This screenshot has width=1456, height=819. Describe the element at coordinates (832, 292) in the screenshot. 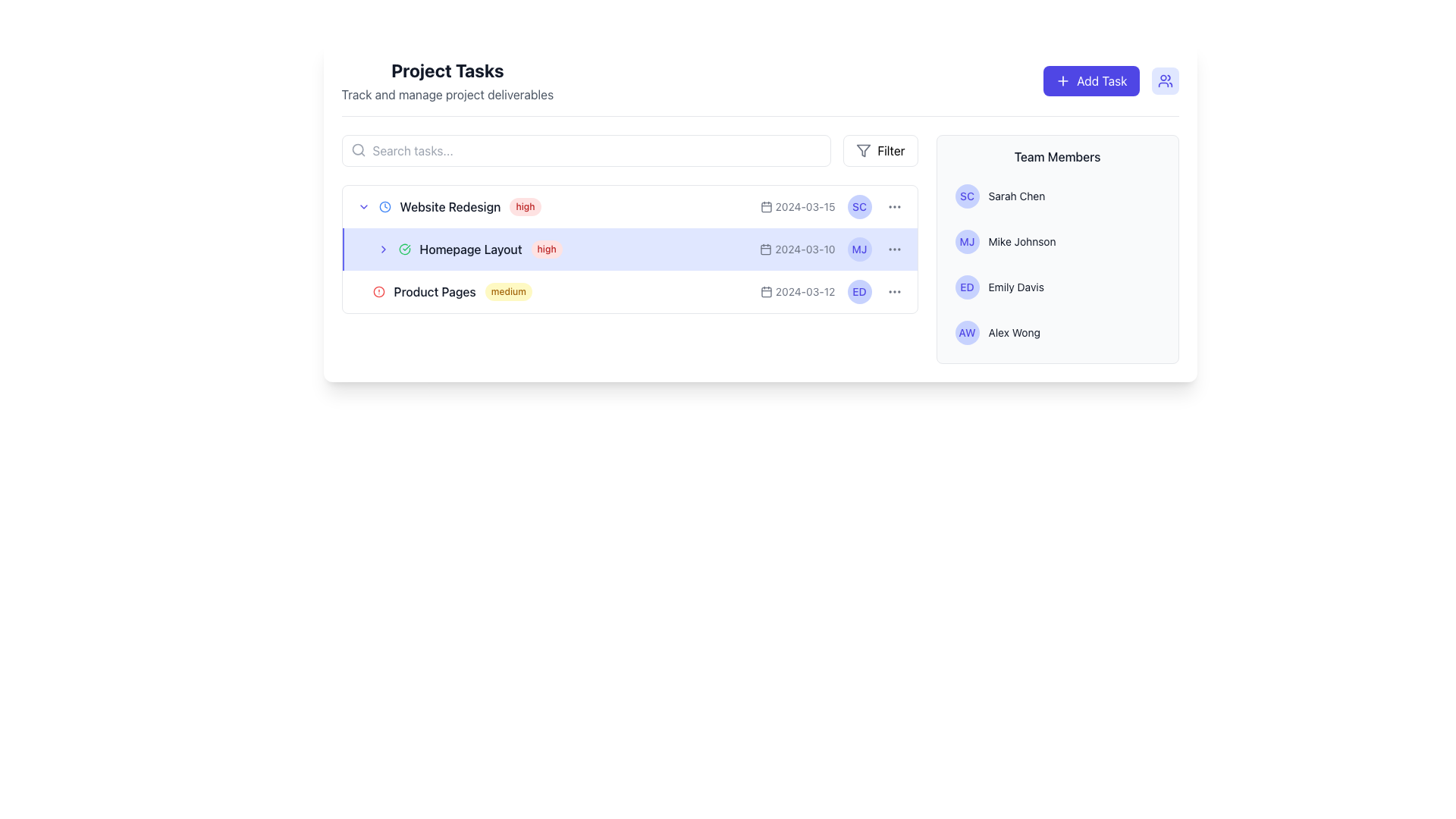

I see `the initials 'ED' represented in a blue circle within the third row of the task list` at that location.